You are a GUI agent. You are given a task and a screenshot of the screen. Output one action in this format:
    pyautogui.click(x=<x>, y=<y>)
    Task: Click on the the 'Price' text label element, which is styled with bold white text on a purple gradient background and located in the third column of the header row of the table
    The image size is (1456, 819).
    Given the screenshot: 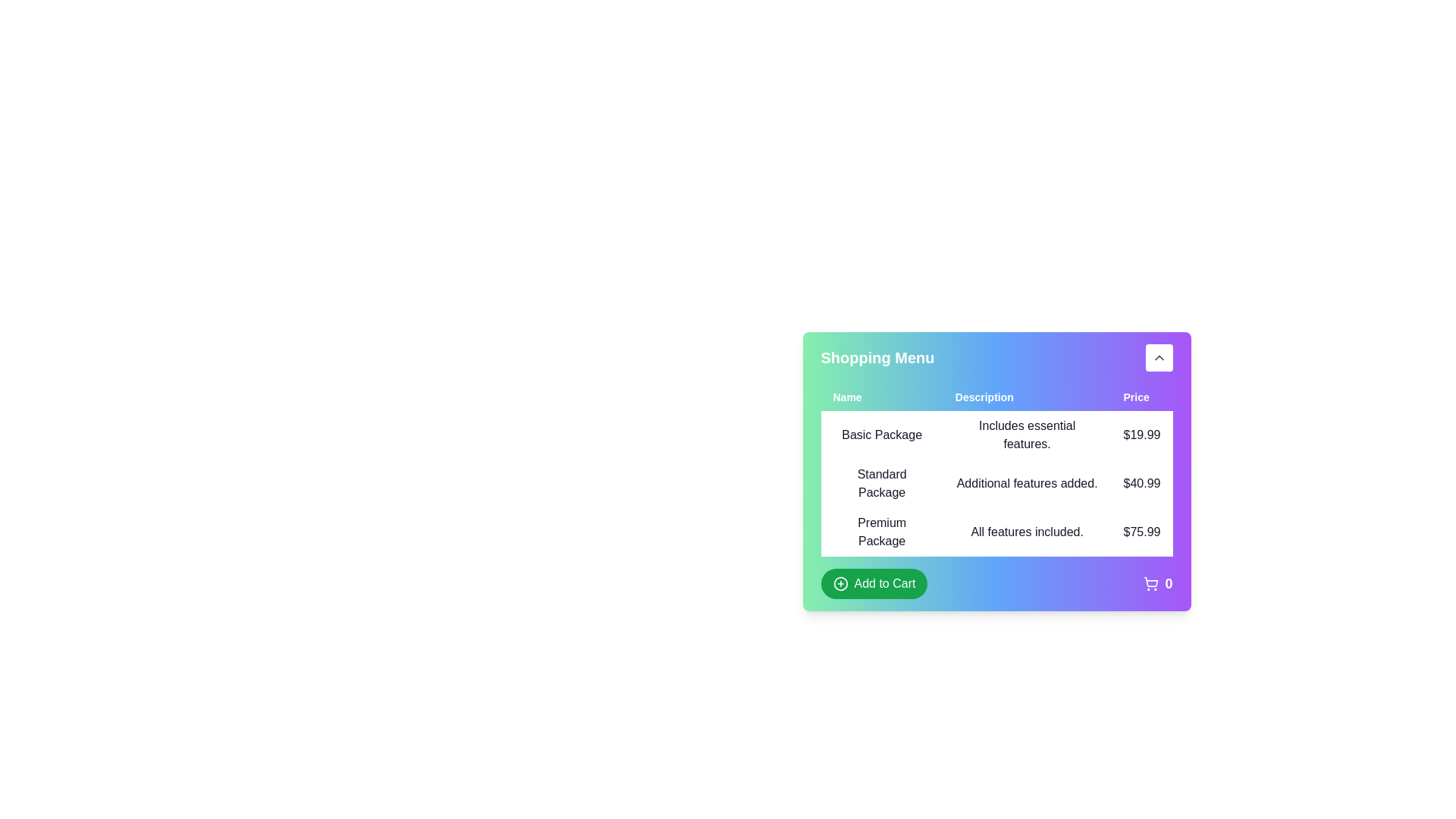 What is the action you would take?
    pyautogui.click(x=1142, y=397)
    